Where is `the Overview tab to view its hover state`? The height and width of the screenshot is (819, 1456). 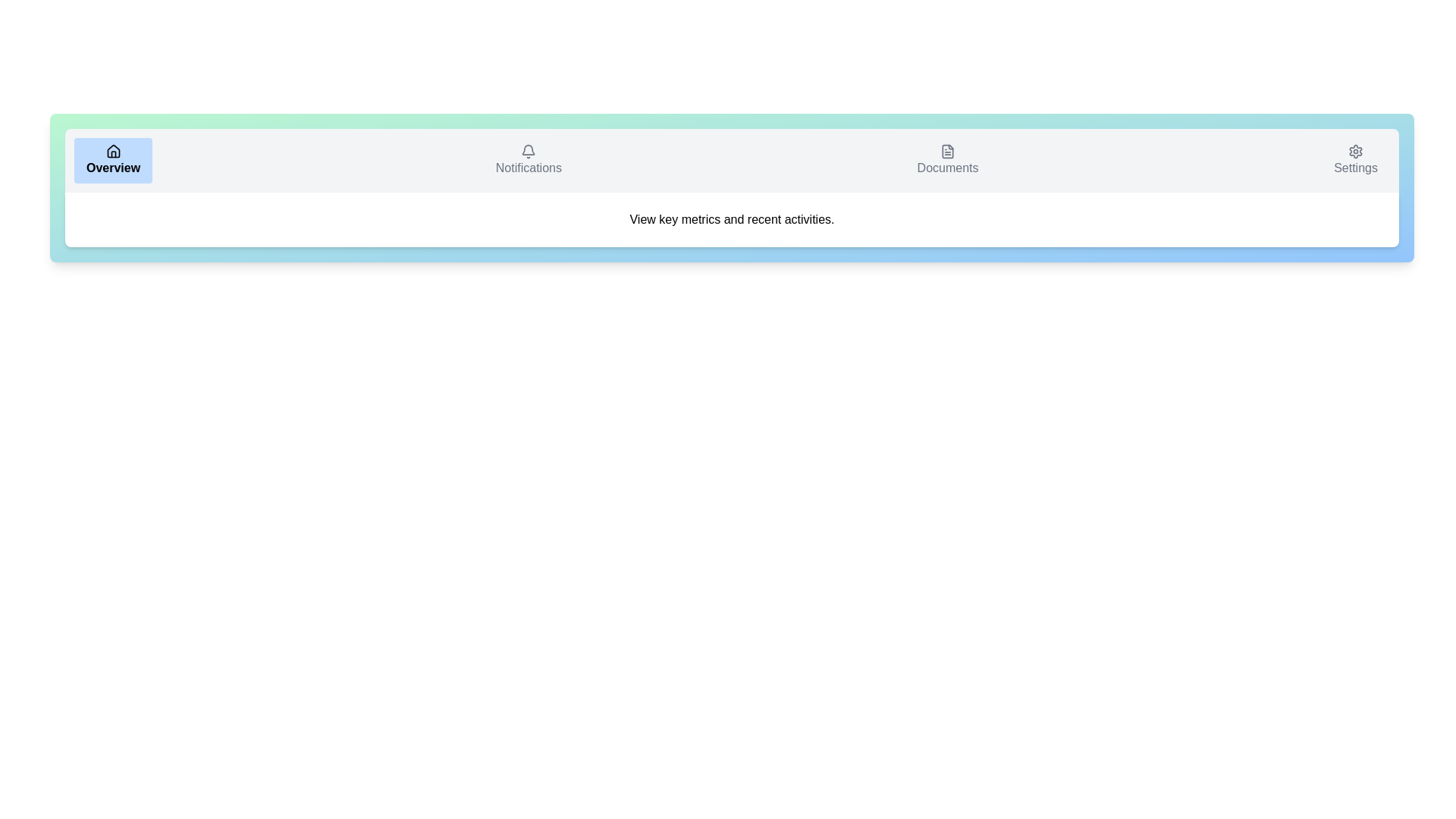 the Overview tab to view its hover state is located at coordinates (111, 161).